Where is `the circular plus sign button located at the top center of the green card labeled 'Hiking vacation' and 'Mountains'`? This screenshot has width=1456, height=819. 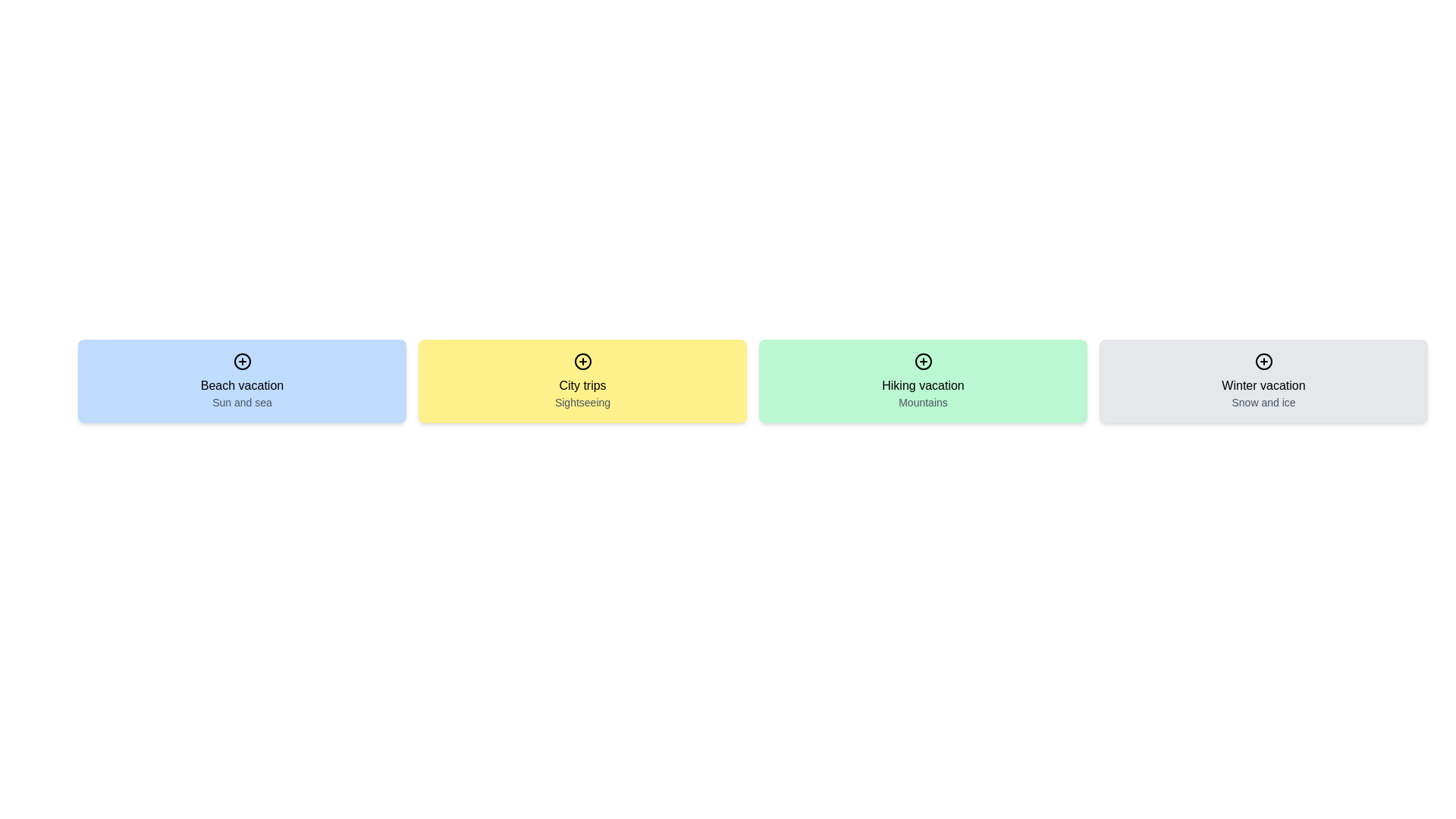 the circular plus sign button located at the top center of the green card labeled 'Hiking vacation' and 'Mountains' is located at coordinates (922, 362).